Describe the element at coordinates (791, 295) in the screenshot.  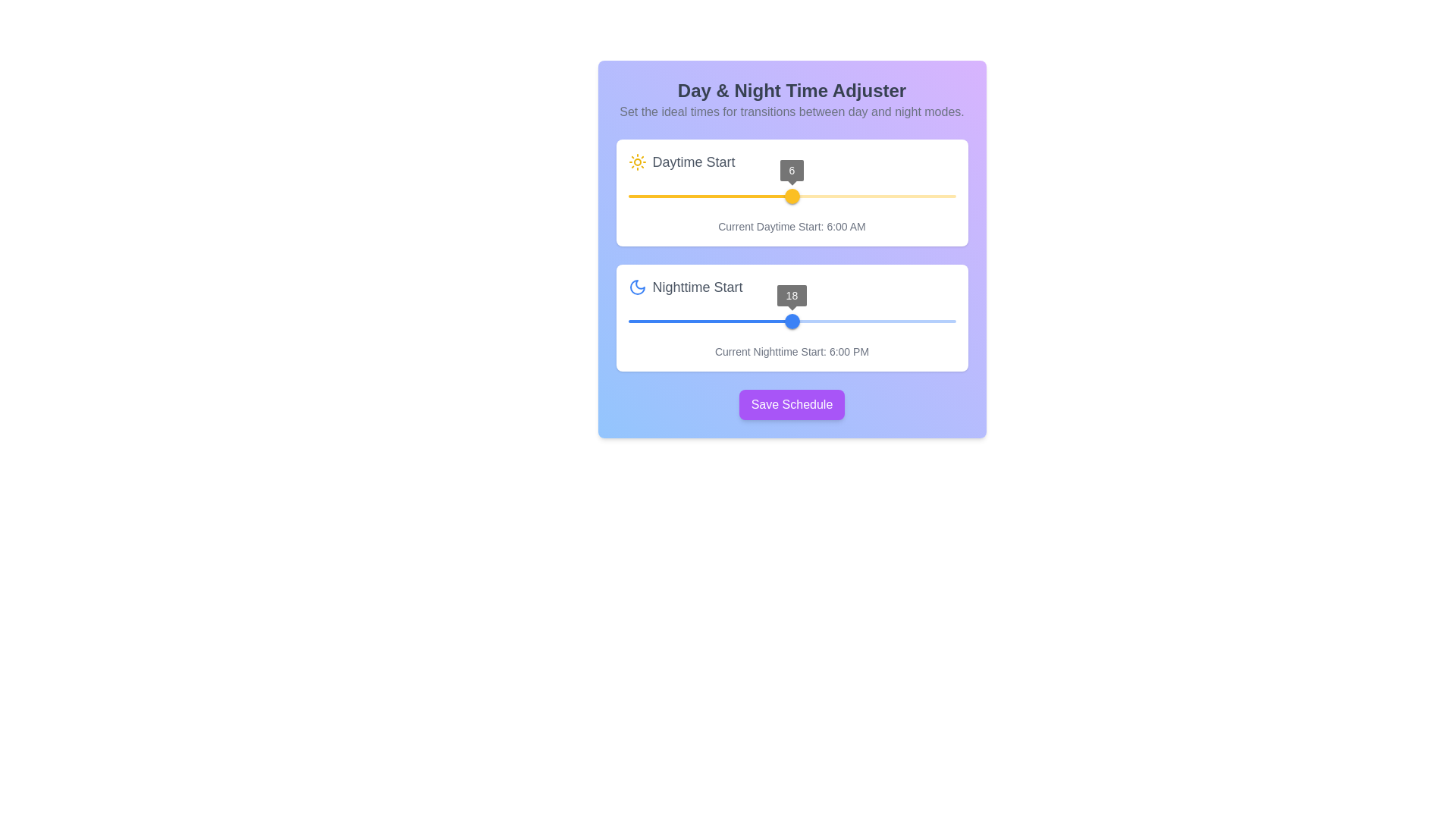
I see `the circular label displaying the value '18', which is positioned above the nighttime start slider's knob, to observe its behavior` at that location.